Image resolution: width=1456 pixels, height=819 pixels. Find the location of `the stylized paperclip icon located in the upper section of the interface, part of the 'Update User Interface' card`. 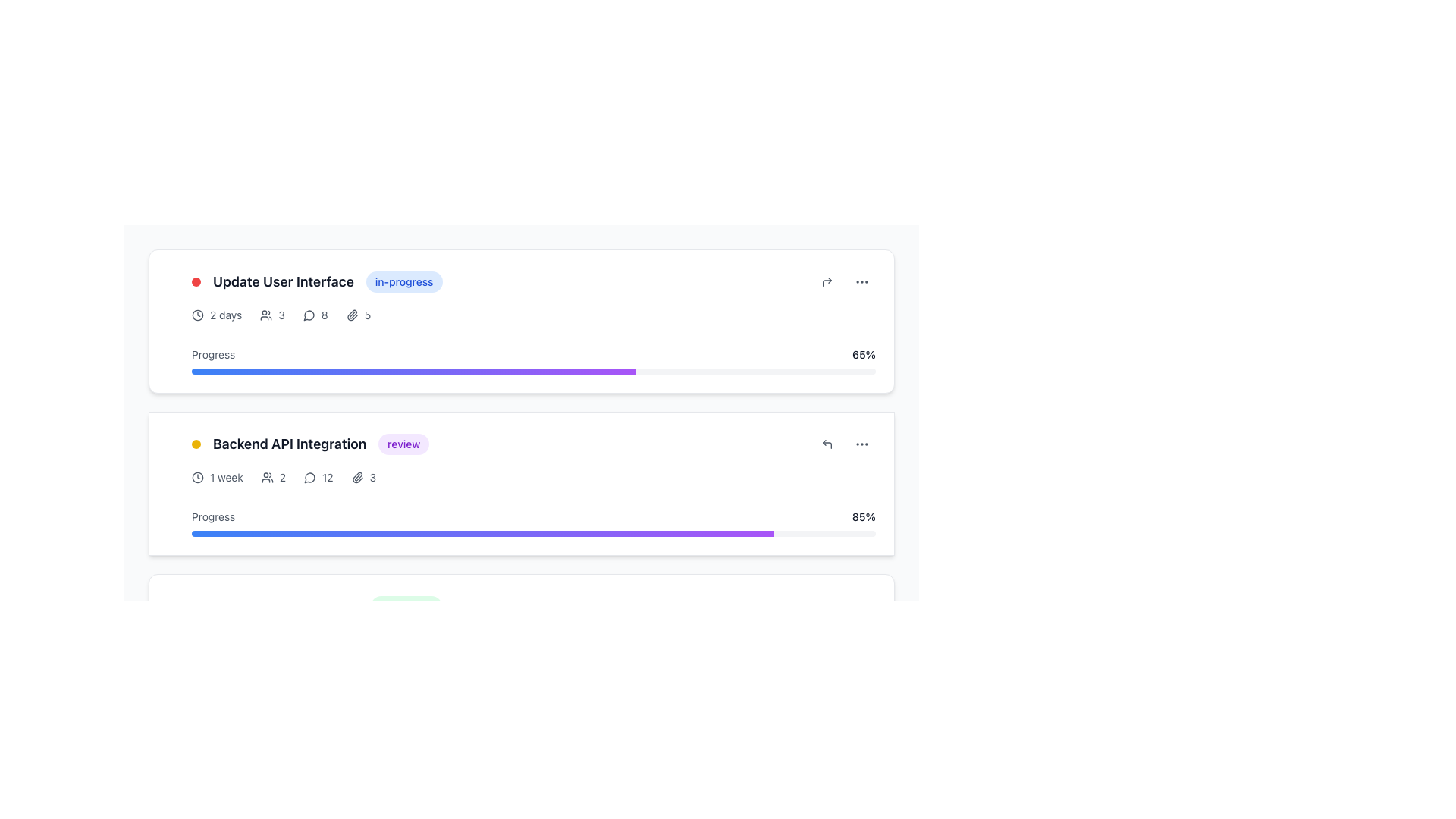

the stylized paperclip icon located in the upper section of the interface, part of the 'Update User Interface' card is located at coordinates (351, 315).